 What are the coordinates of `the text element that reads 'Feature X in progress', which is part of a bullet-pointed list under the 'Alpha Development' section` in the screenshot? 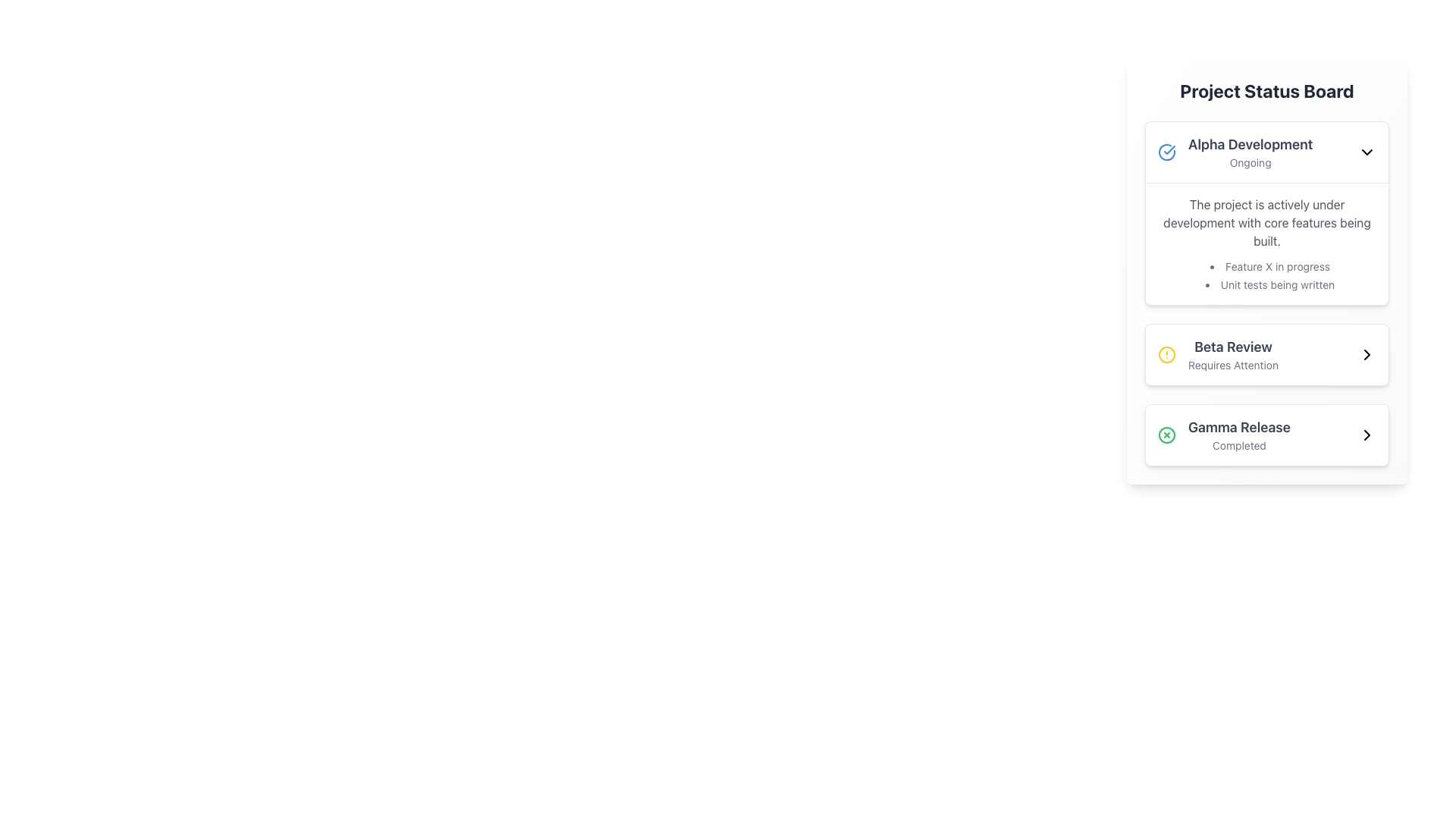 It's located at (1270, 265).